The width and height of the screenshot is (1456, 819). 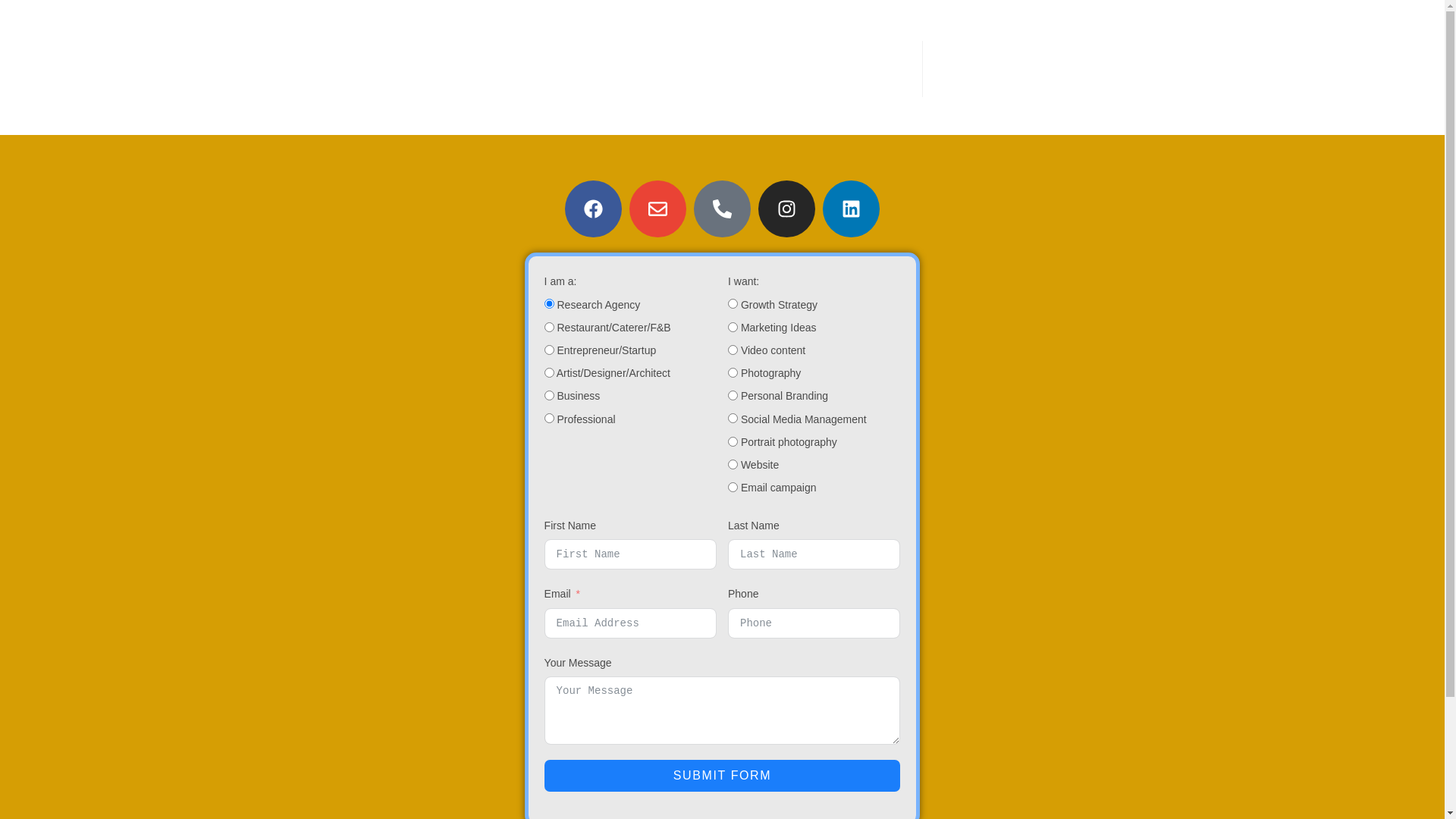 What do you see at coordinates (722, 775) in the screenshot?
I see `'SUBMIT FORM'` at bounding box center [722, 775].